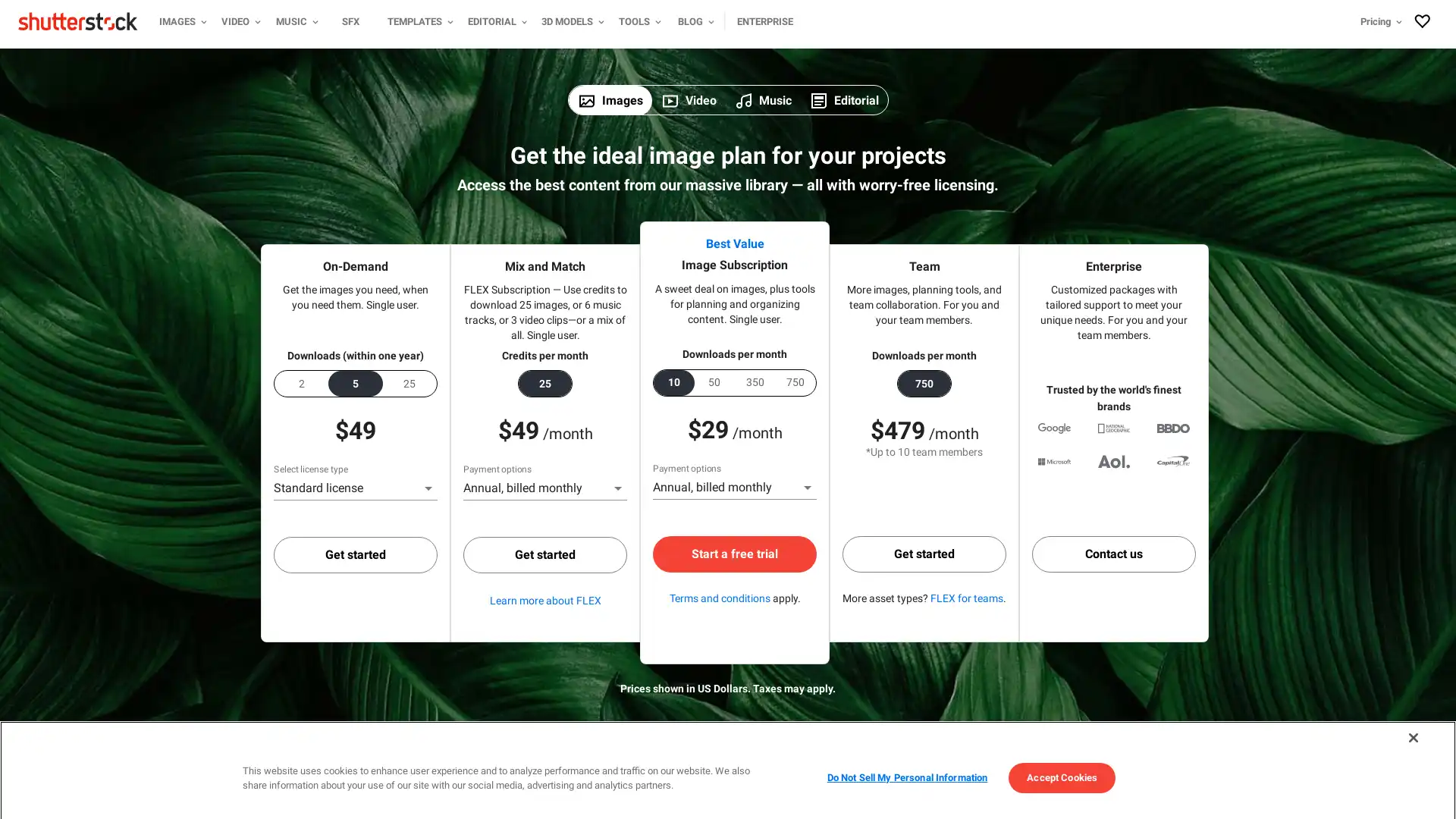 The width and height of the screenshot is (1456, 819). Describe the element at coordinates (924, 554) in the screenshot. I see `Get started` at that location.